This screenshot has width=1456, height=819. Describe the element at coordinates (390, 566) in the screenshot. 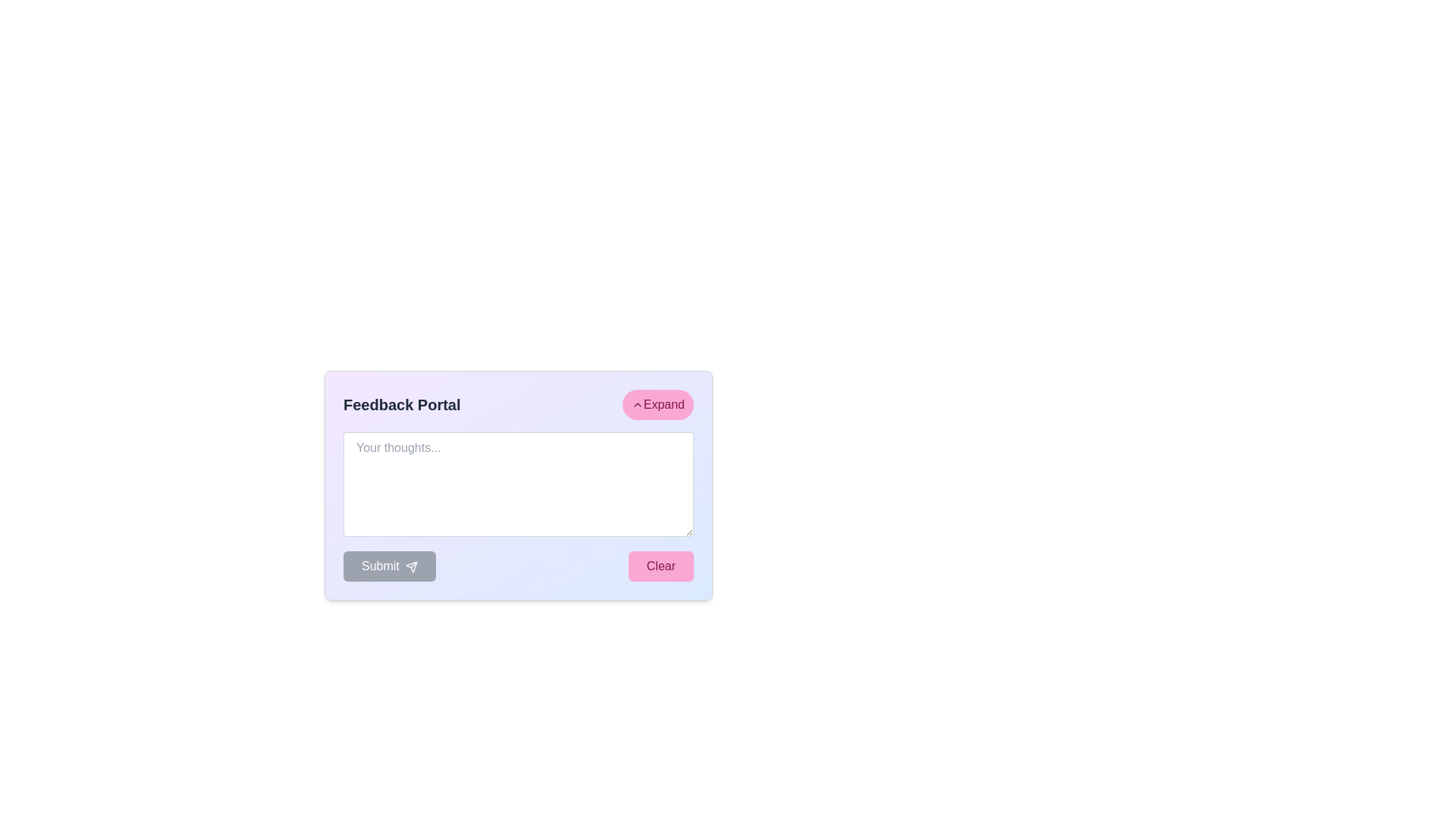

I see `the submit button located in the bottom-left corner of the feedback form layout to observe any hover effect` at that location.